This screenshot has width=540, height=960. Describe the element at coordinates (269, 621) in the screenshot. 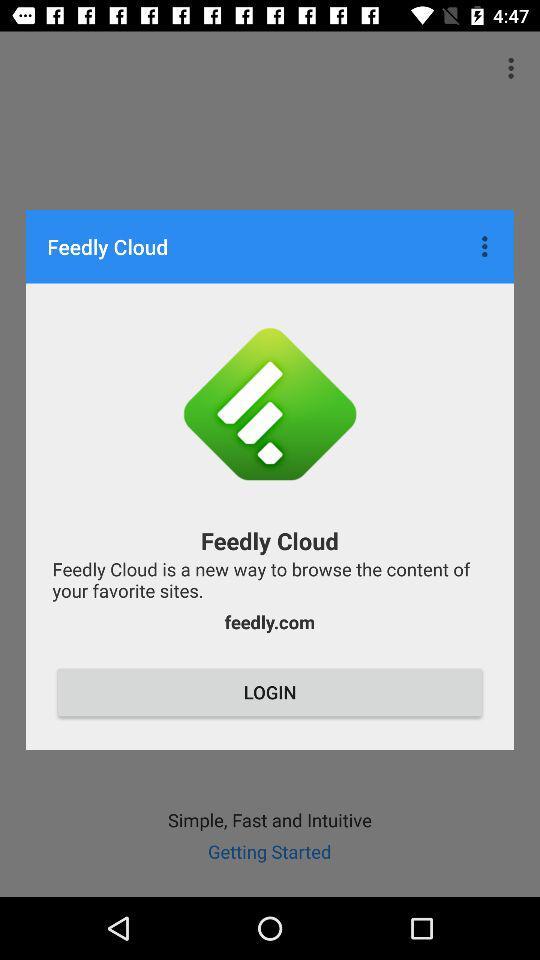

I see `feedly.com icon` at that location.